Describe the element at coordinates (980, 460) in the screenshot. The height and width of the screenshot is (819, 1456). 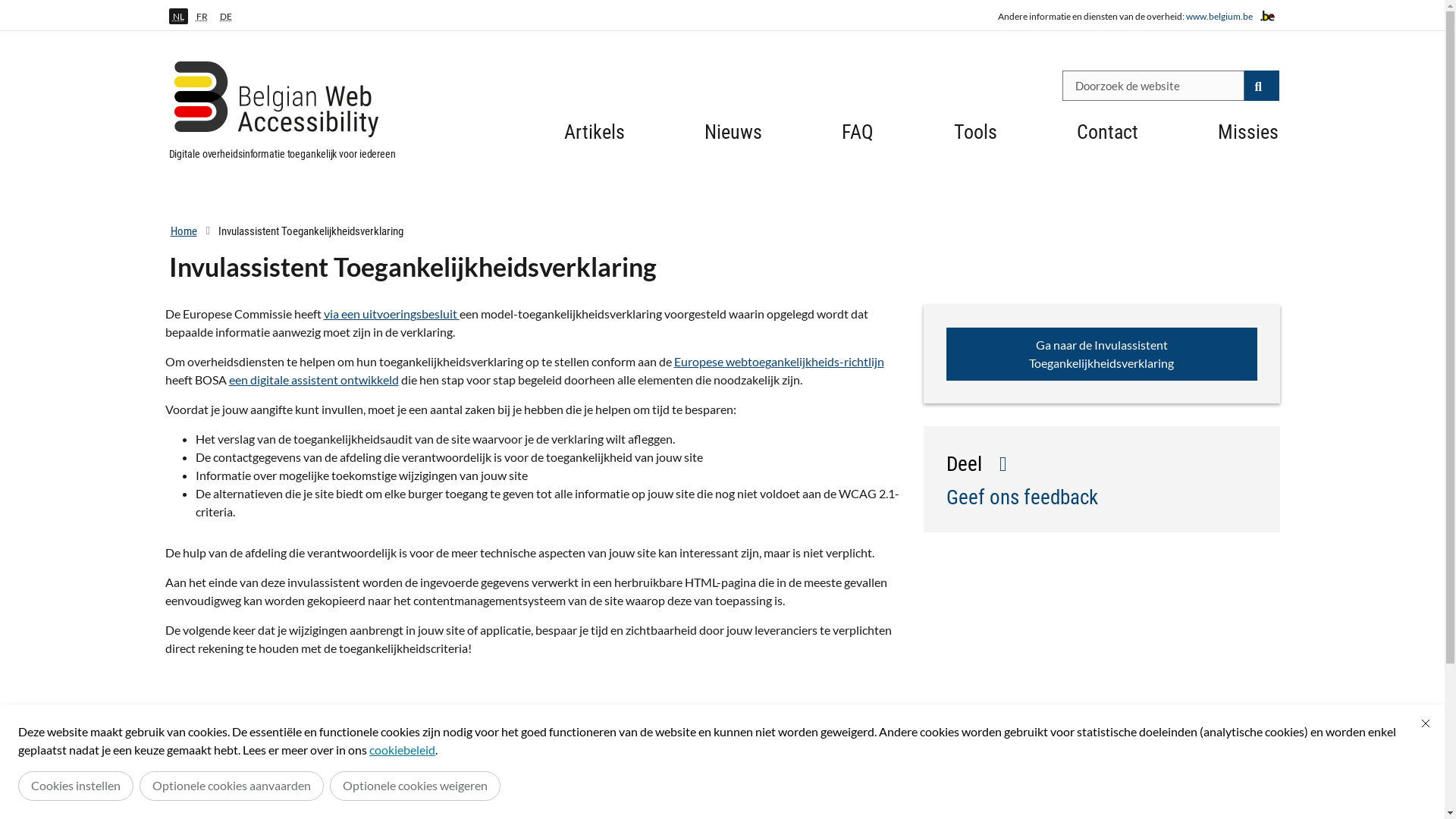
I see `'Deel'` at that location.